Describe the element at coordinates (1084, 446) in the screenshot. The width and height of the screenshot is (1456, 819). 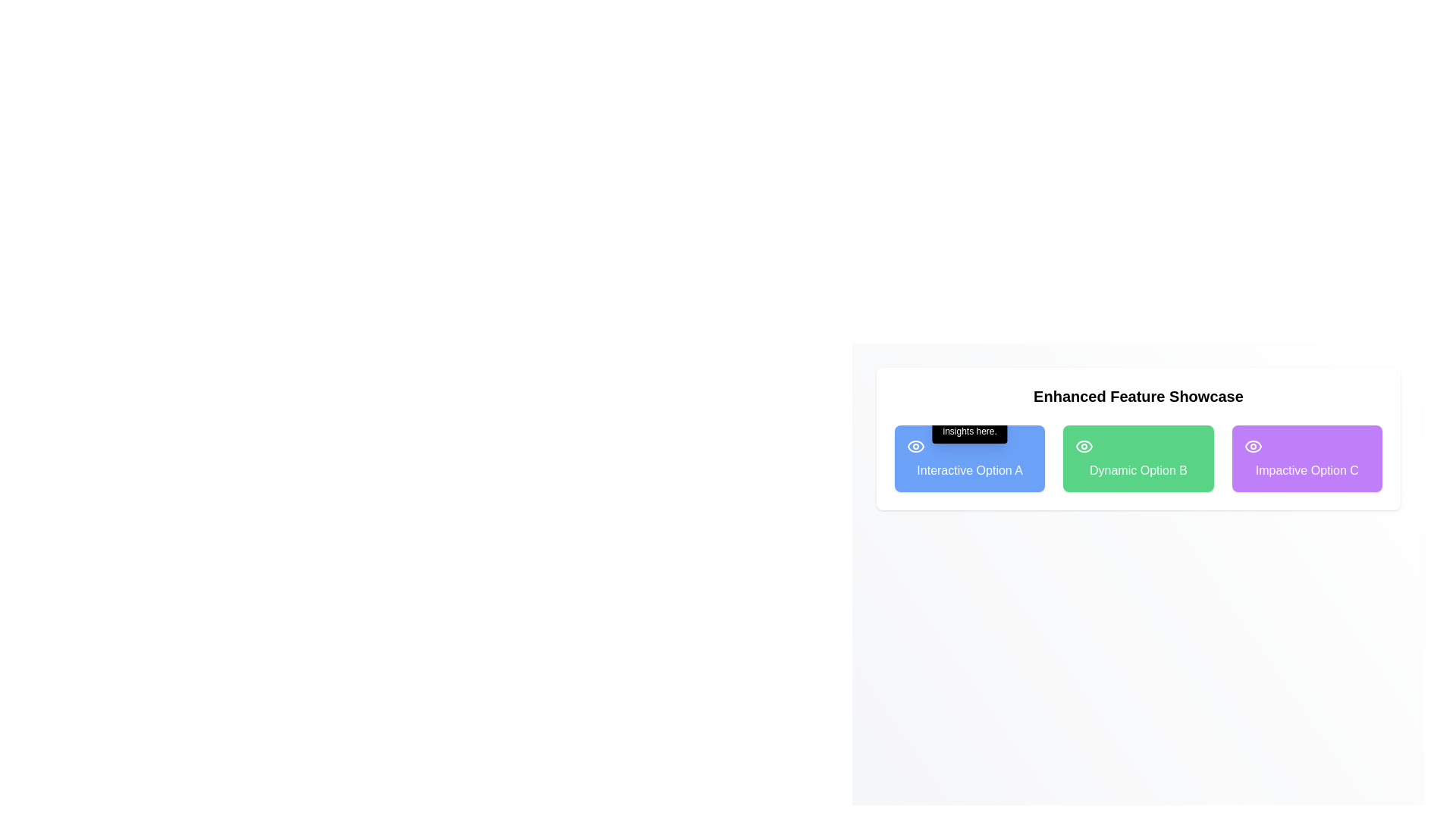
I see `the graphical icon representing 'view' or 'visibility' located inside the green button labeled 'Dynamic Option B', which is the leftmost component in a group of icons` at that location.